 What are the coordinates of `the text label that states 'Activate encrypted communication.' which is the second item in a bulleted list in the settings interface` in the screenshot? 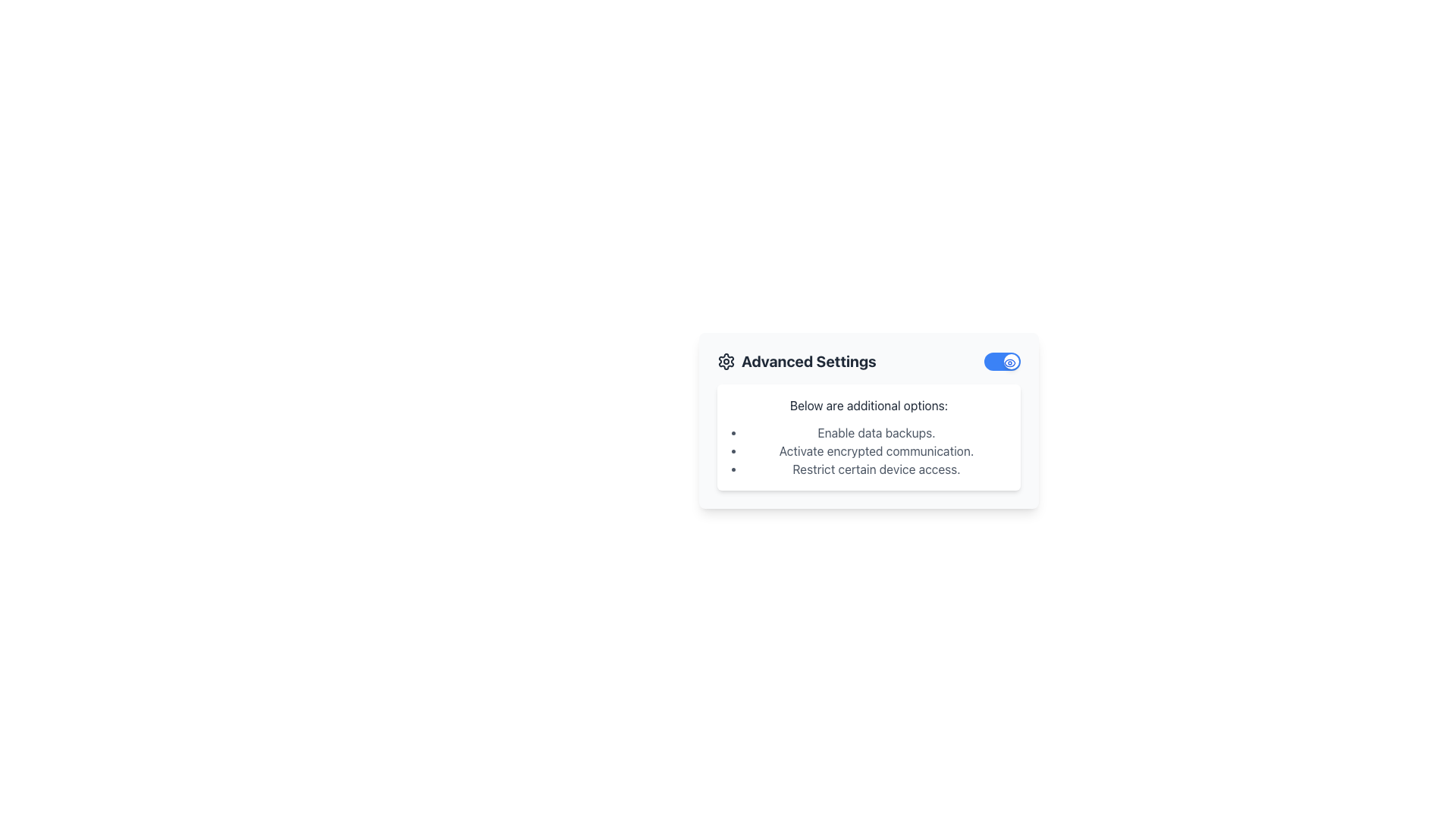 It's located at (877, 450).